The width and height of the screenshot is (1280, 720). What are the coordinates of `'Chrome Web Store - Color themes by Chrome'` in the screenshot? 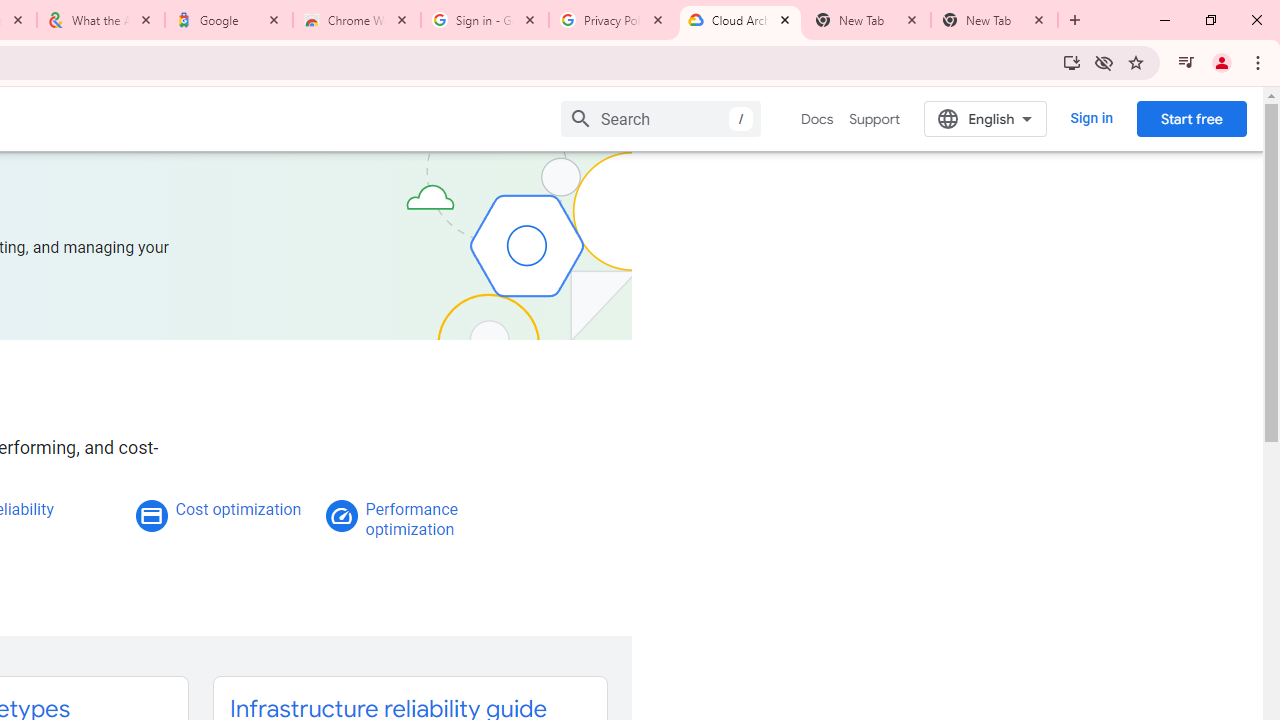 It's located at (357, 20).